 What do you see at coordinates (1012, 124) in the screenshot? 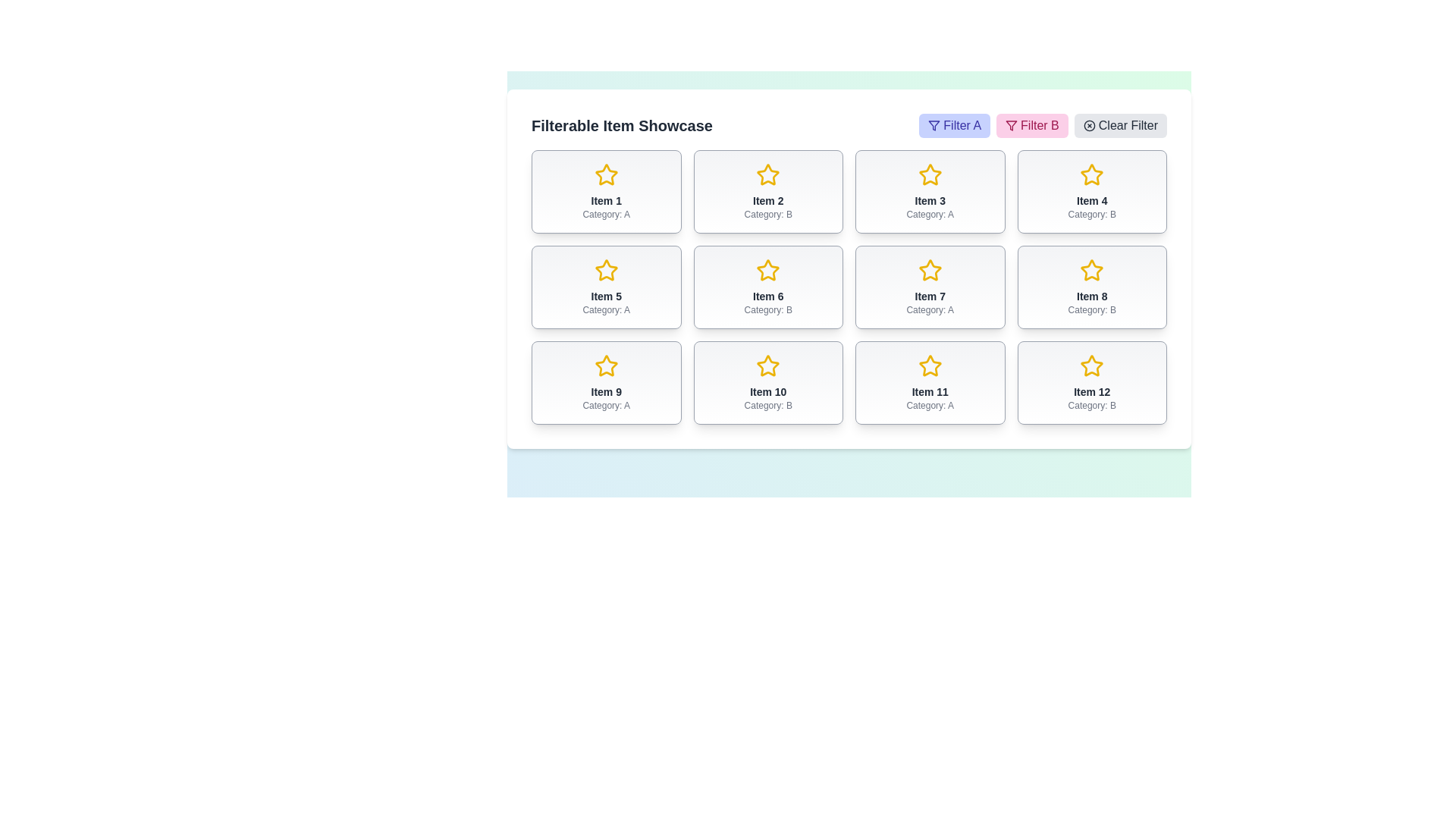
I see `the triangular filter icon located inside the 'Filter B' button in the top-right section of the interface` at bounding box center [1012, 124].